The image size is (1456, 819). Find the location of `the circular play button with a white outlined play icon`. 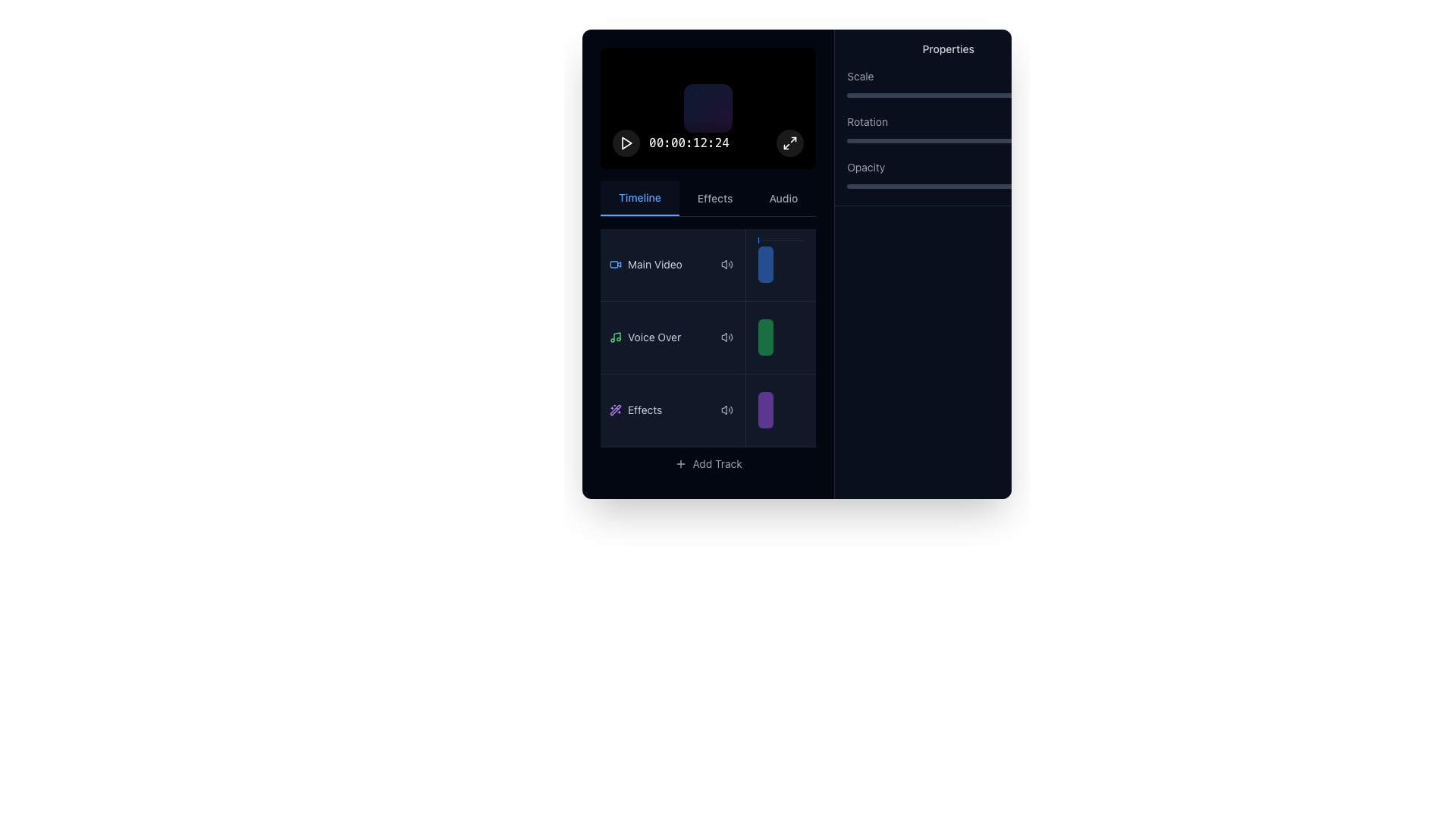

the circular play button with a white outlined play icon is located at coordinates (626, 143).